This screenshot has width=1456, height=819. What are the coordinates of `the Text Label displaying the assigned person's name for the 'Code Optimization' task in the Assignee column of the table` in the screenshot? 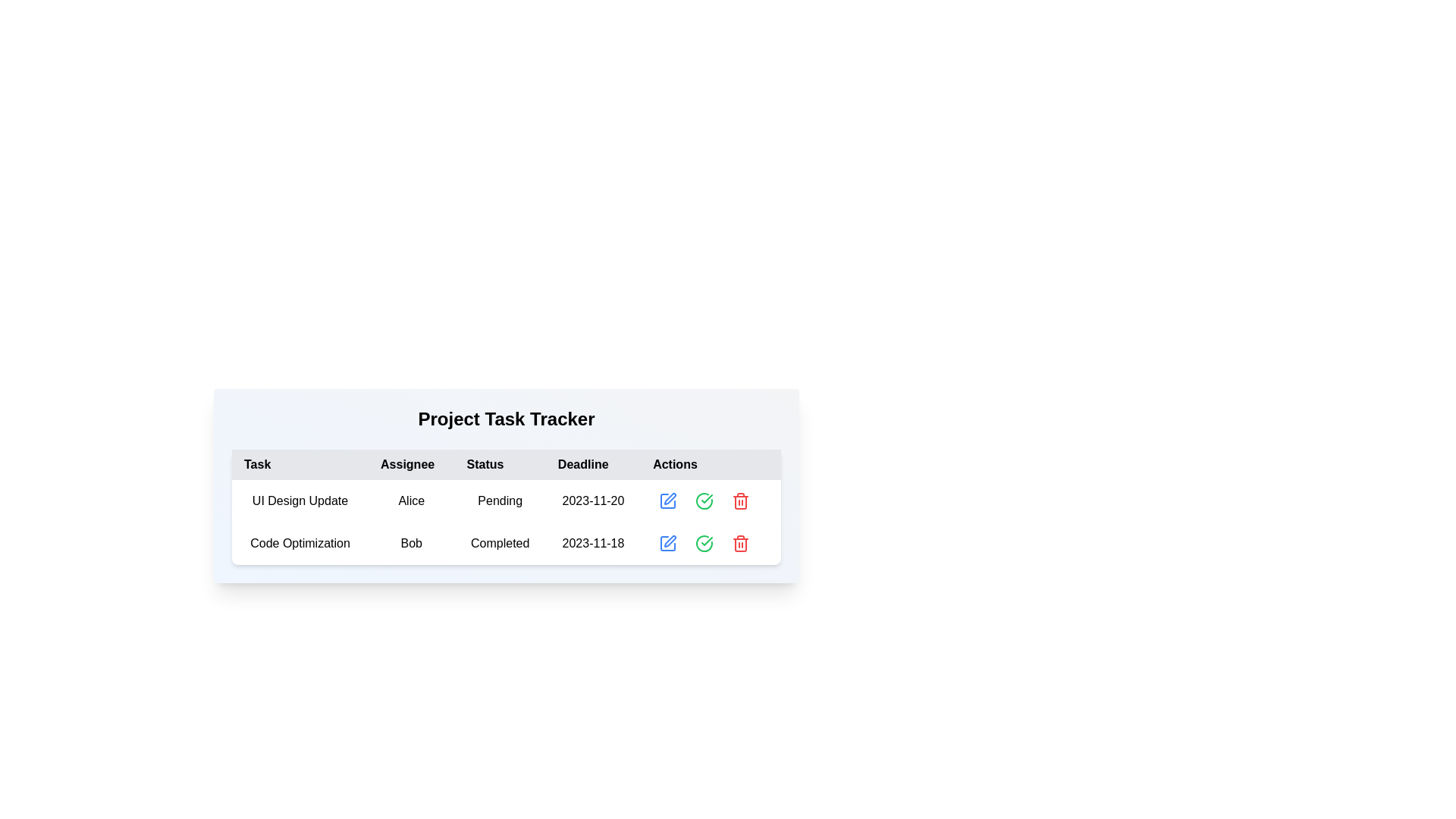 It's located at (411, 543).